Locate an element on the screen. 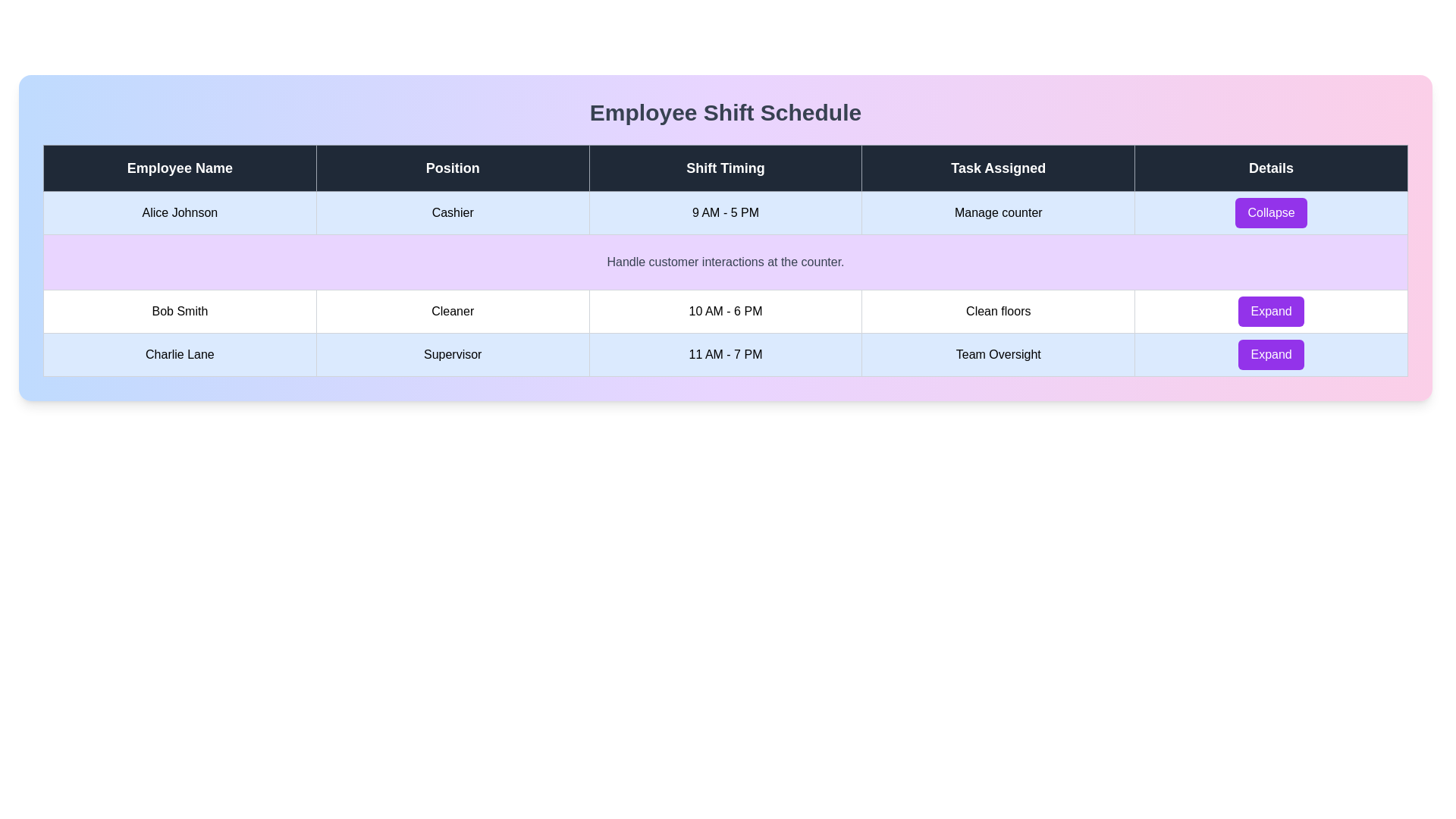 The image size is (1456, 819). the 'Expand' button located in the last column of the second row of the table, aligned with the row containing 'Bob Smith', 'Cleaner', and '10 AM - 6 PM' is located at coordinates (1271, 311).